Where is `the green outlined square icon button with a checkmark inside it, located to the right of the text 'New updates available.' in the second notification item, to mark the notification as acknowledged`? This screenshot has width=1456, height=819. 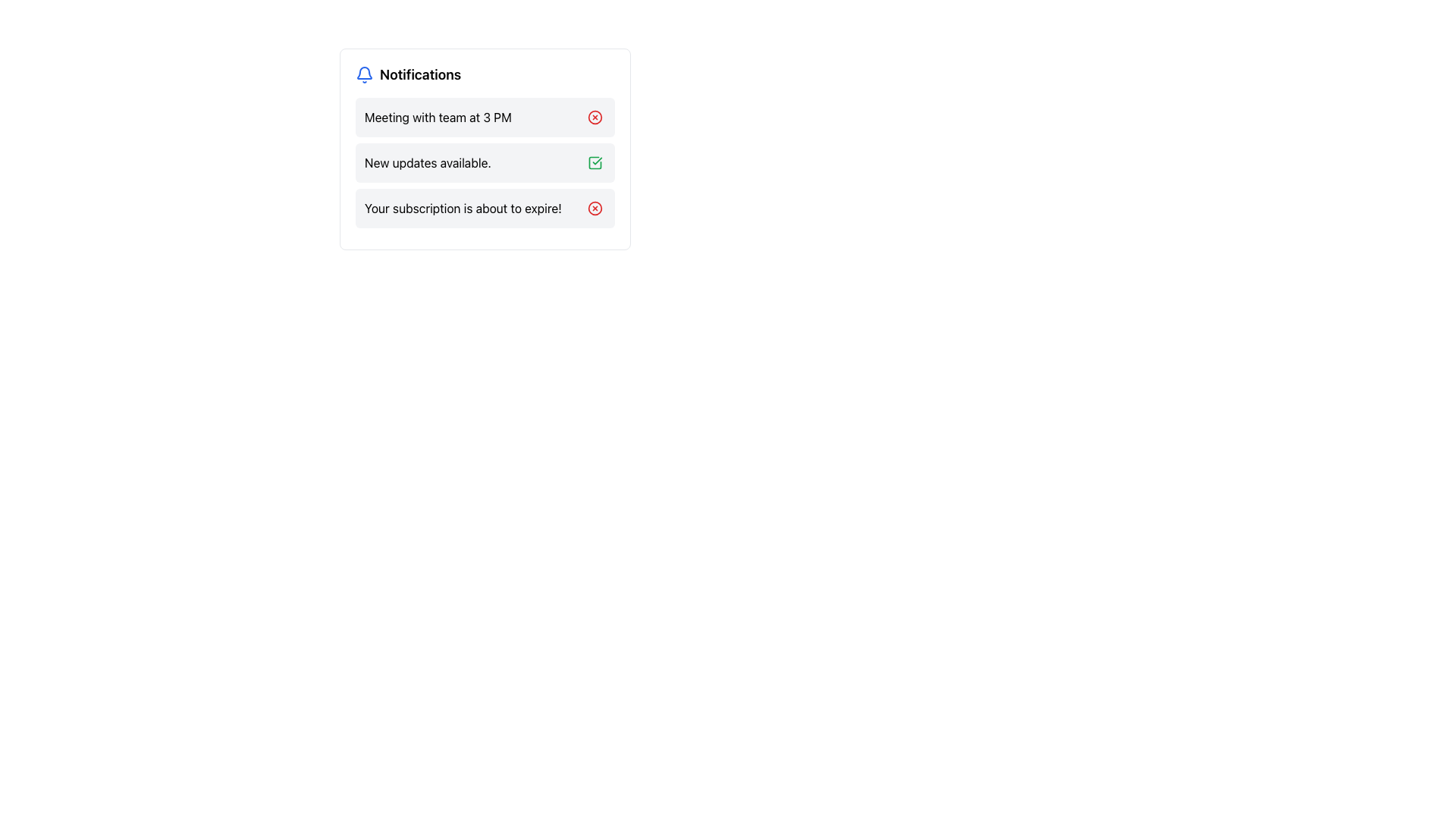 the green outlined square icon button with a checkmark inside it, located to the right of the text 'New updates available.' in the second notification item, to mark the notification as acknowledged is located at coordinates (595, 163).